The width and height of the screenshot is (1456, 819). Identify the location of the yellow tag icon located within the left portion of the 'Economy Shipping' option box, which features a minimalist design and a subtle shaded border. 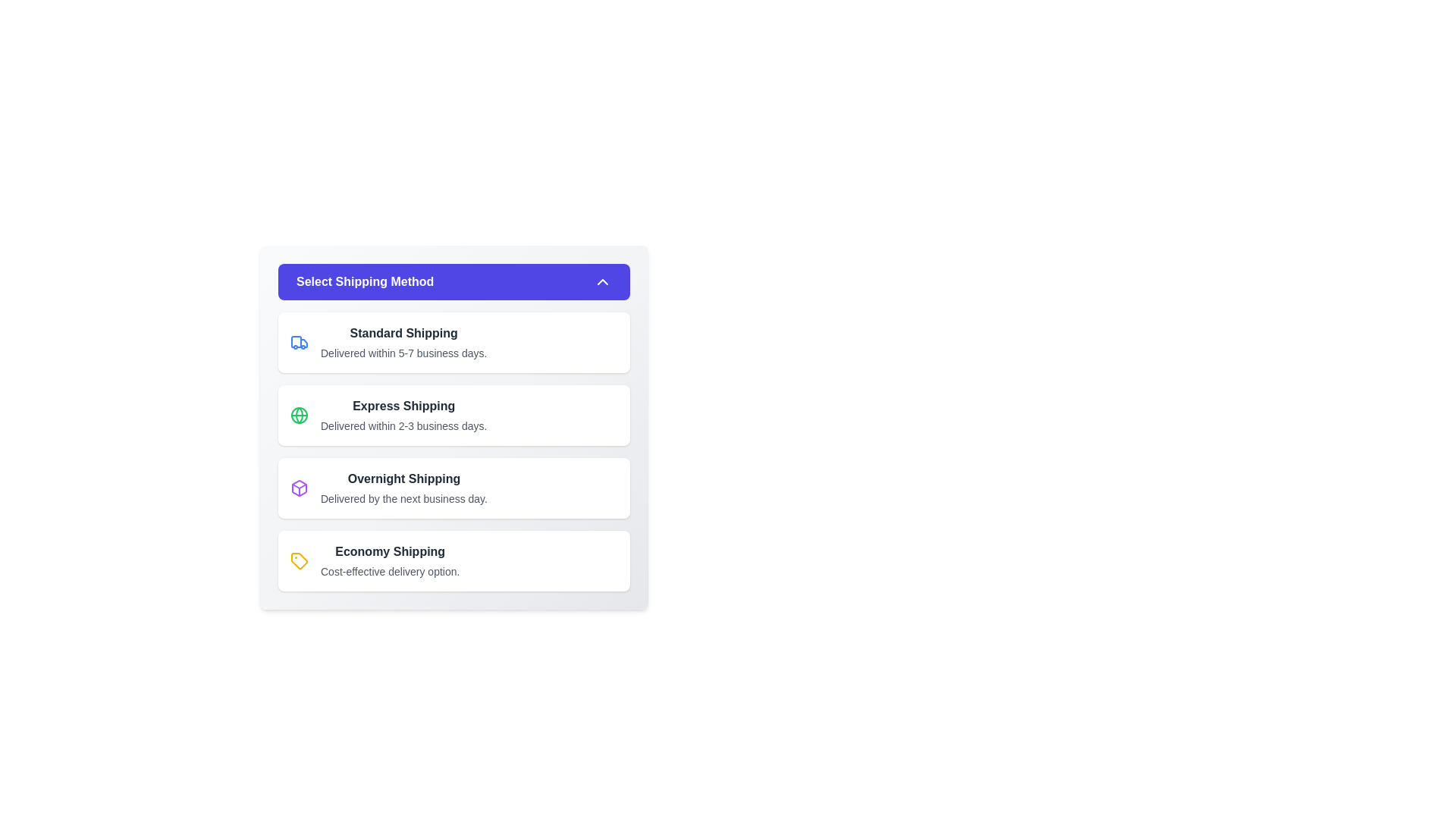
(299, 561).